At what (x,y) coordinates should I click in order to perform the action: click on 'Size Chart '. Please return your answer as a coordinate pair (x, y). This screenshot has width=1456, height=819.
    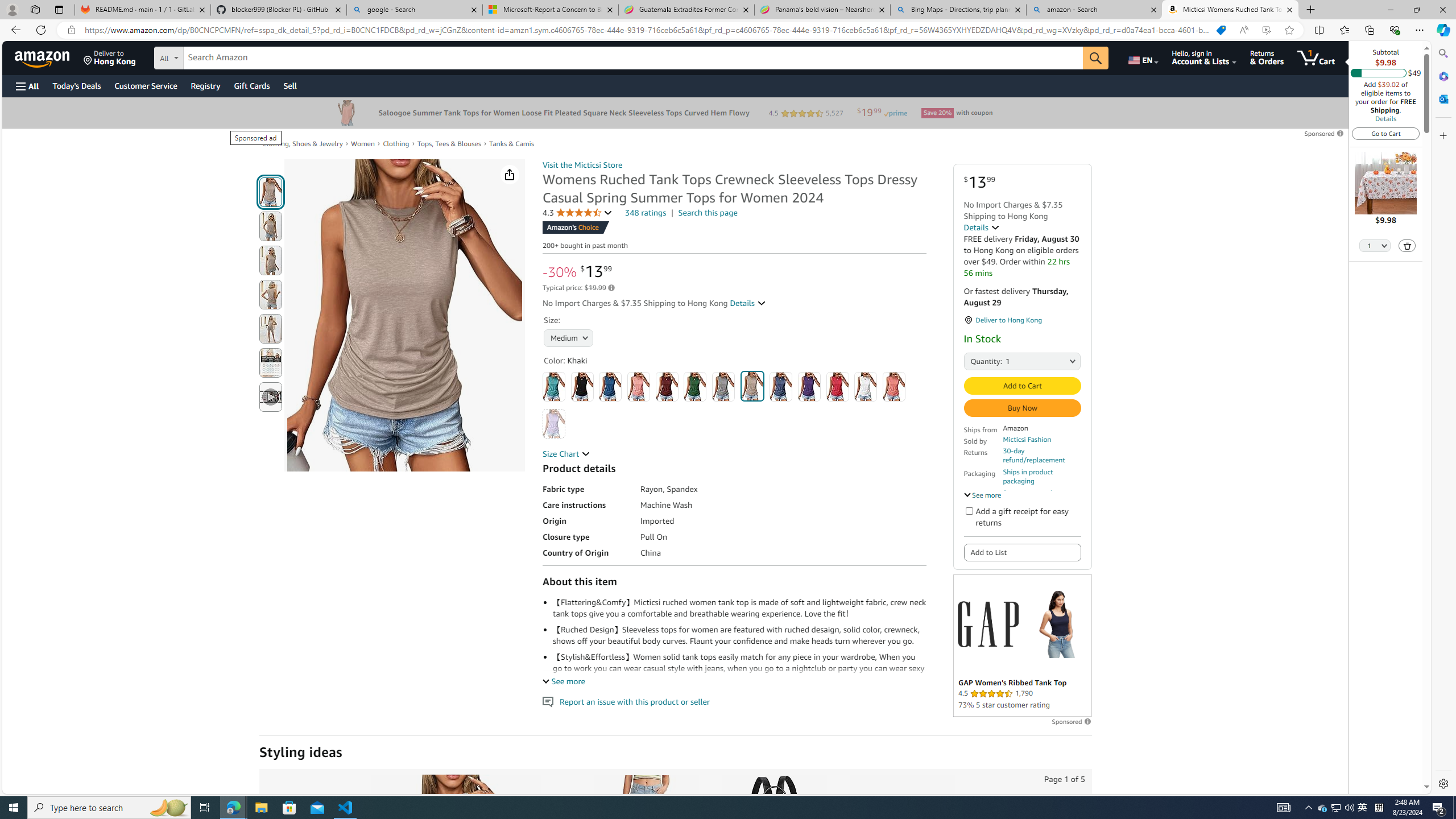
    Looking at the image, I should click on (565, 453).